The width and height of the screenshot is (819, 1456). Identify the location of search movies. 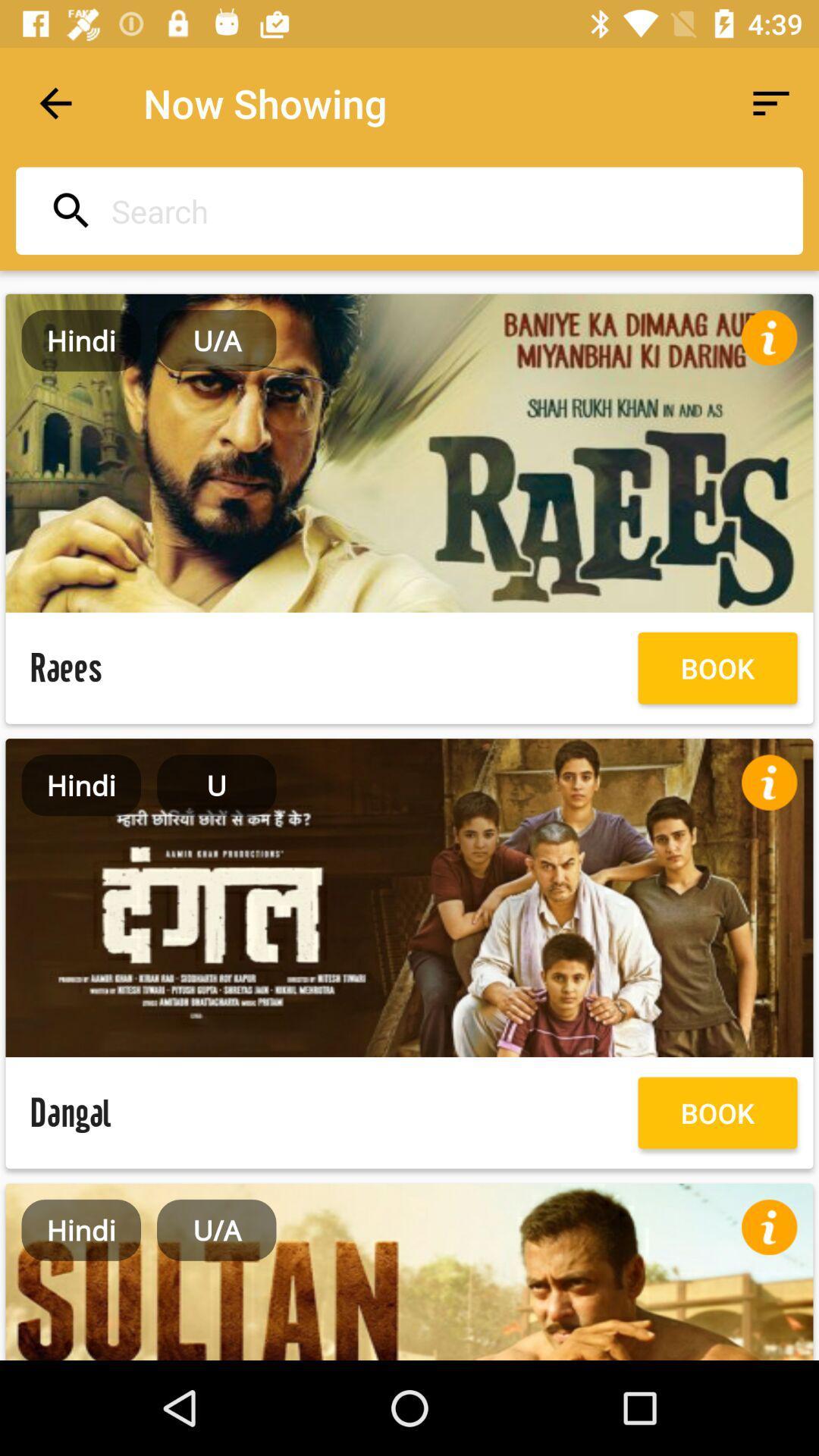
(404, 210).